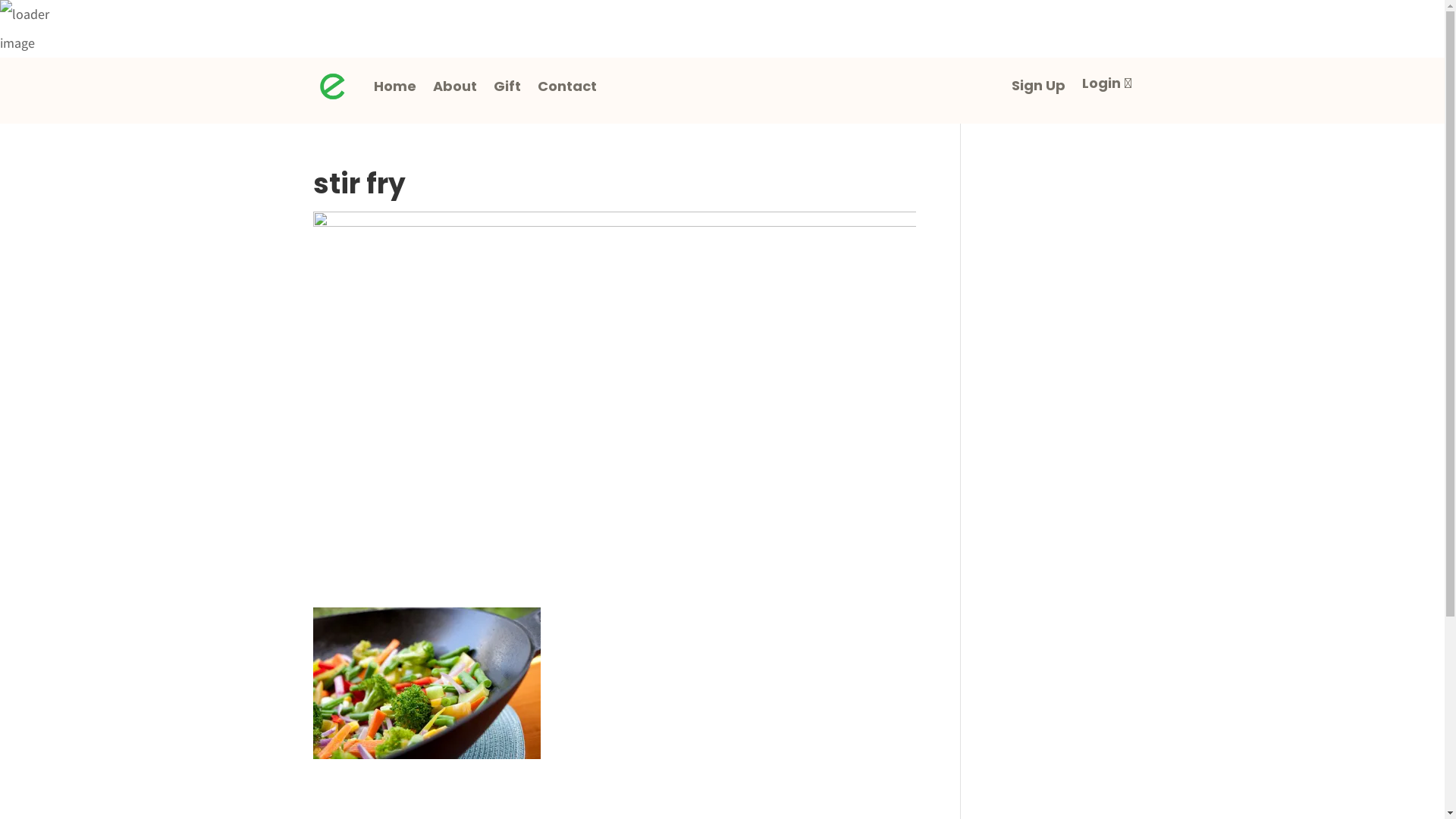 The image size is (1456, 819). I want to click on 'Gift', so click(506, 86).